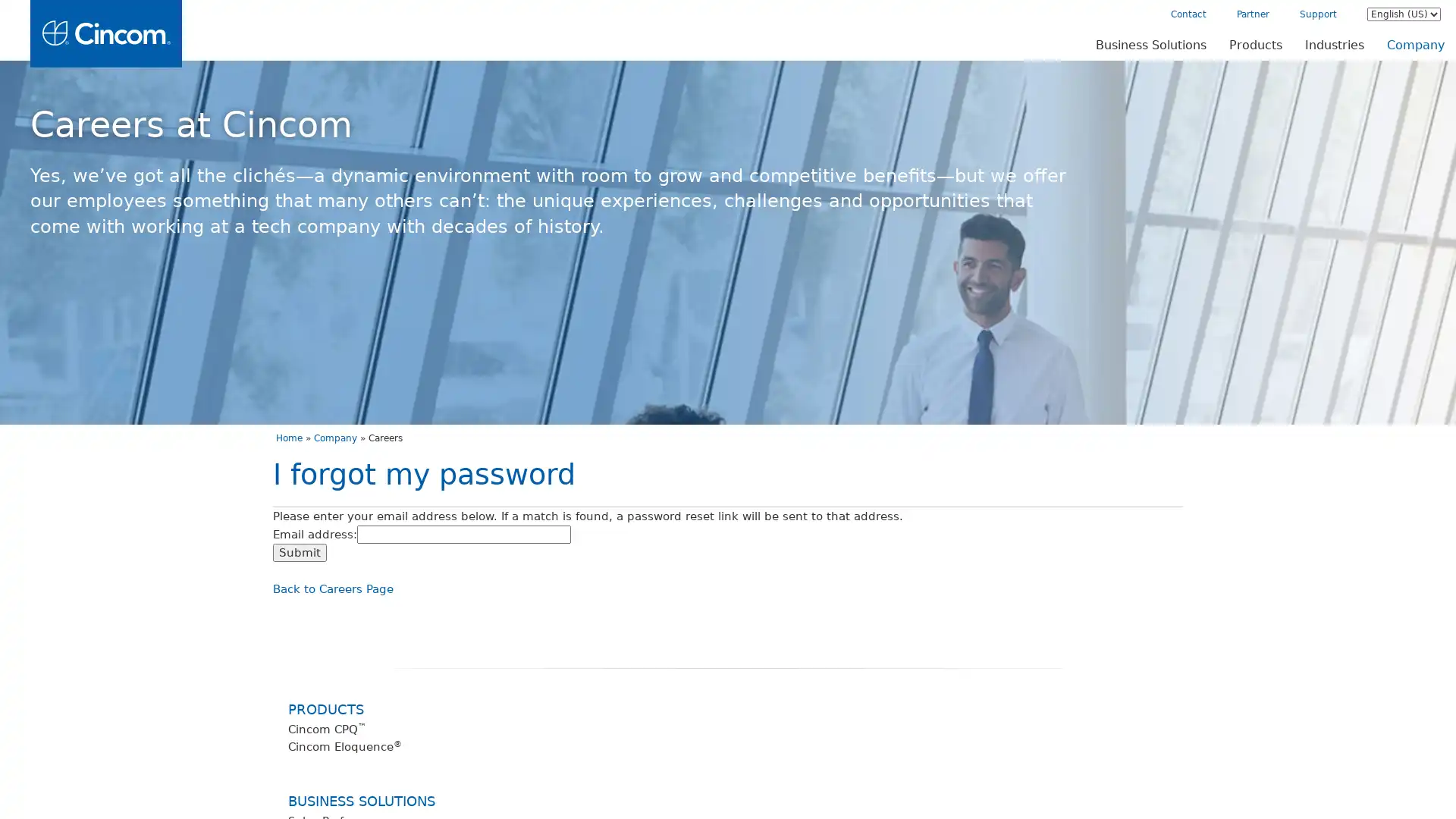  Describe the element at coordinates (300, 552) in the screenshot. I see `Submit` at that location.